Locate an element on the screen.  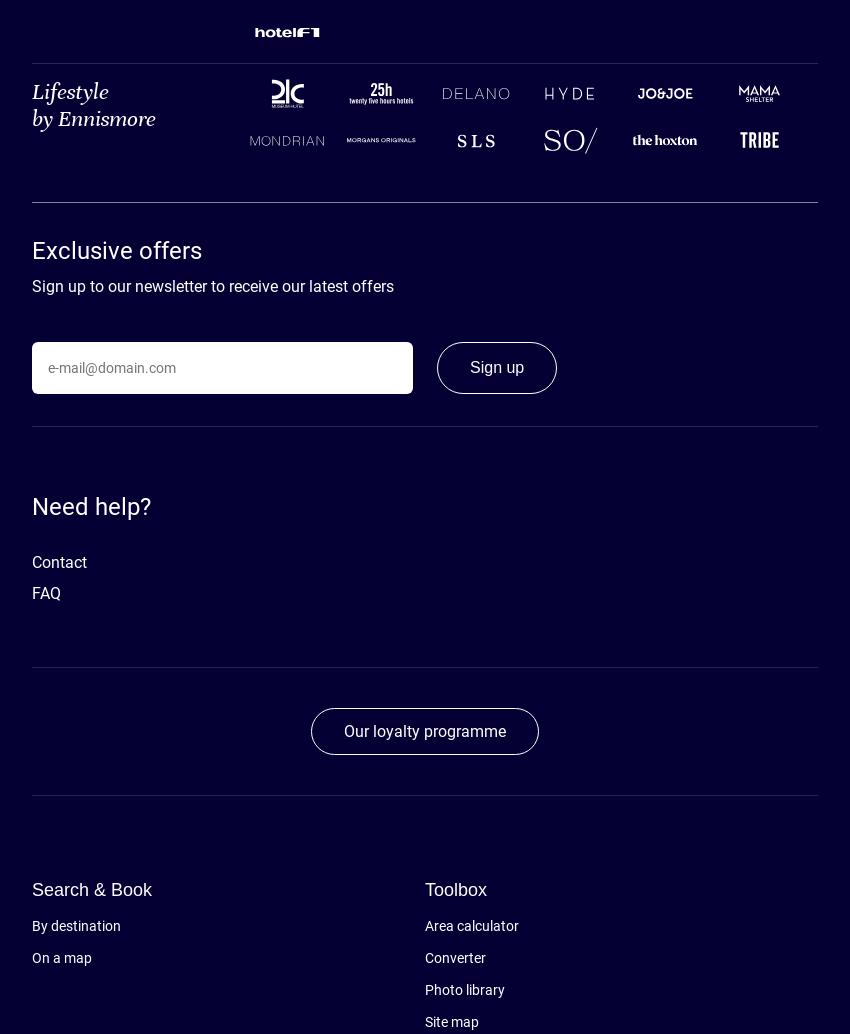
'Need help?' is located at coordinates (90, 505).